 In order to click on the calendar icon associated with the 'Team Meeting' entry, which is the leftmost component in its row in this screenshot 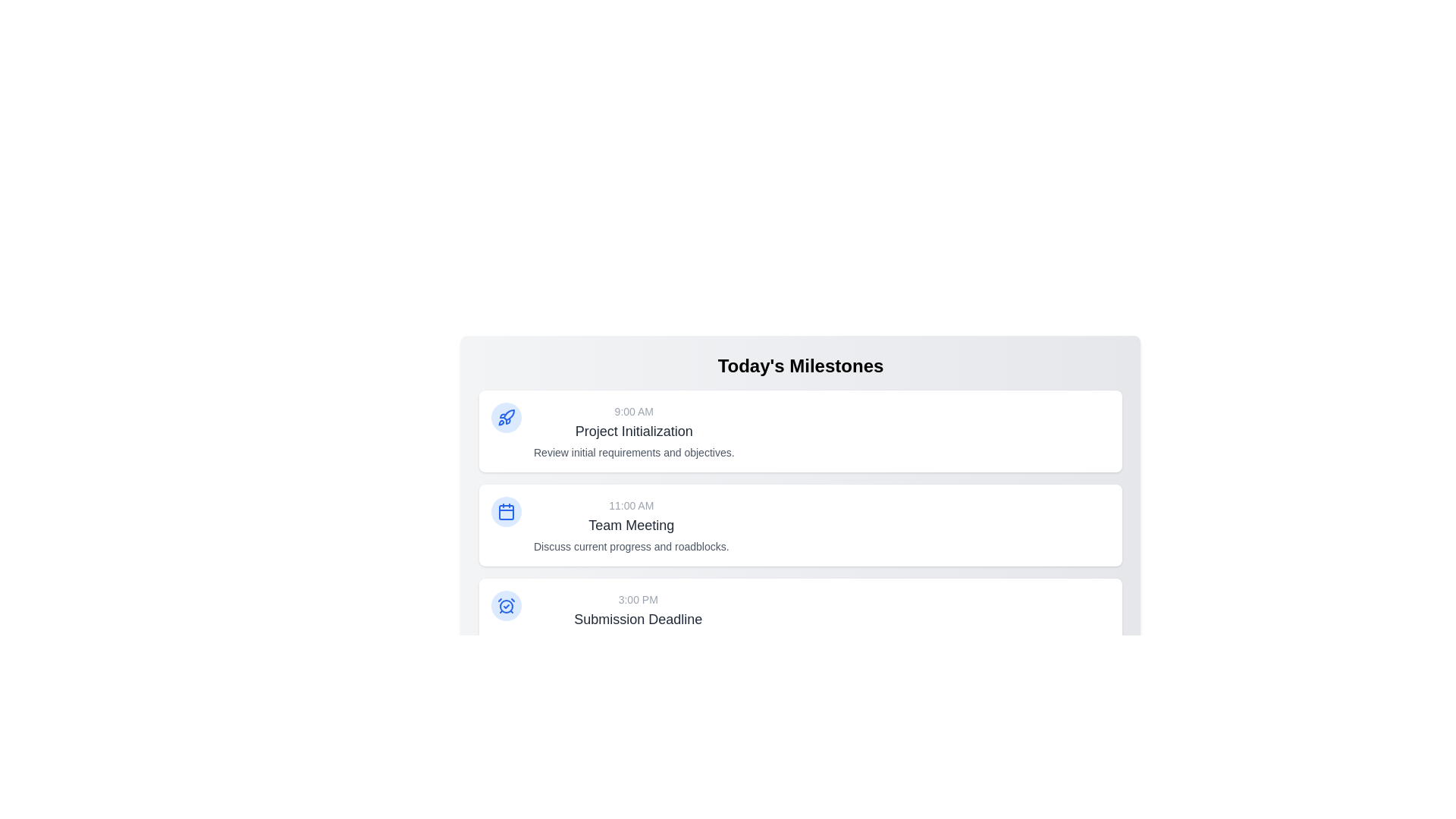, I will do `click(506, 512)`.